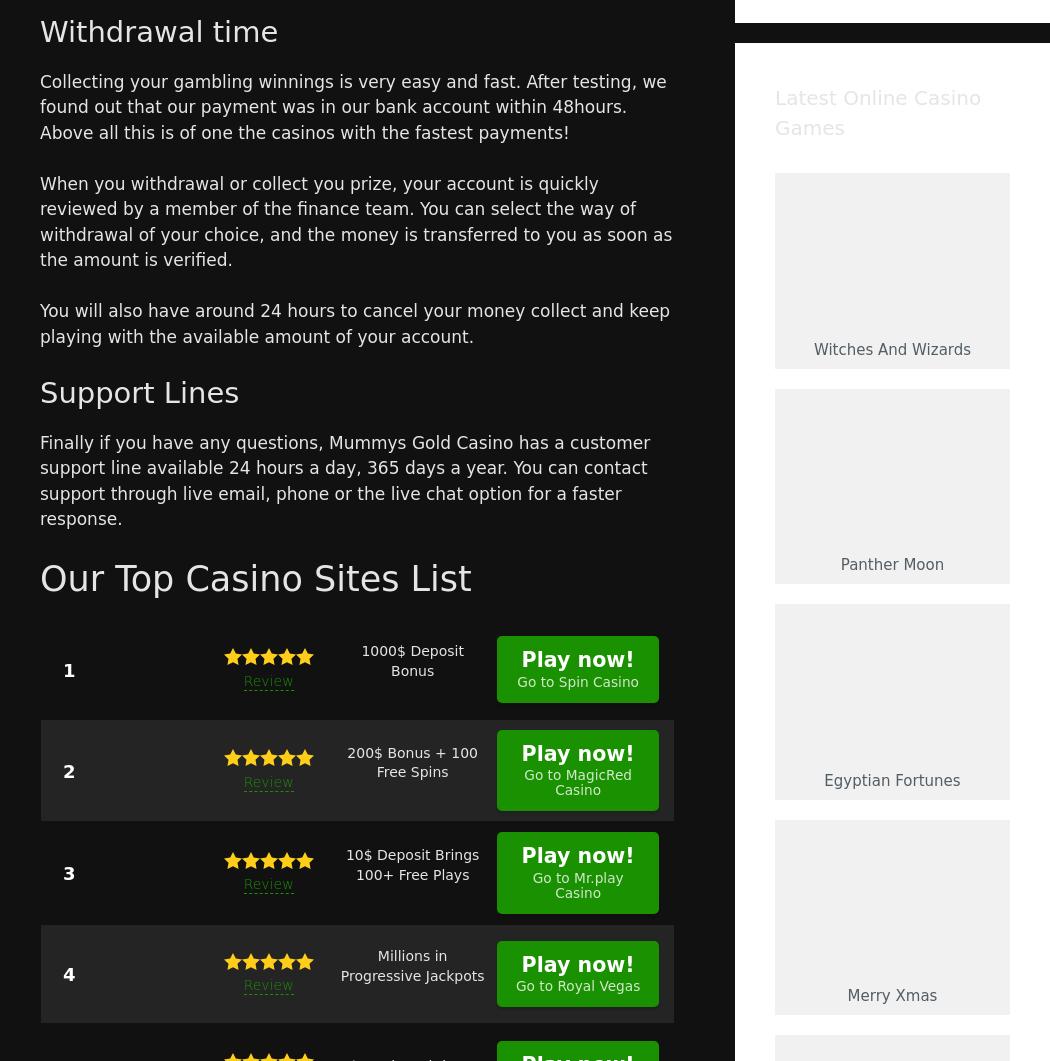 This screenshot has width=1050, height=1061. What do you see at coordinates (354, 322) in the screenshot?
I see `'You will also have around 24 hours to cancel your money collect and keep playing with the available amount of your account.'` at bounding box center [354, 322].